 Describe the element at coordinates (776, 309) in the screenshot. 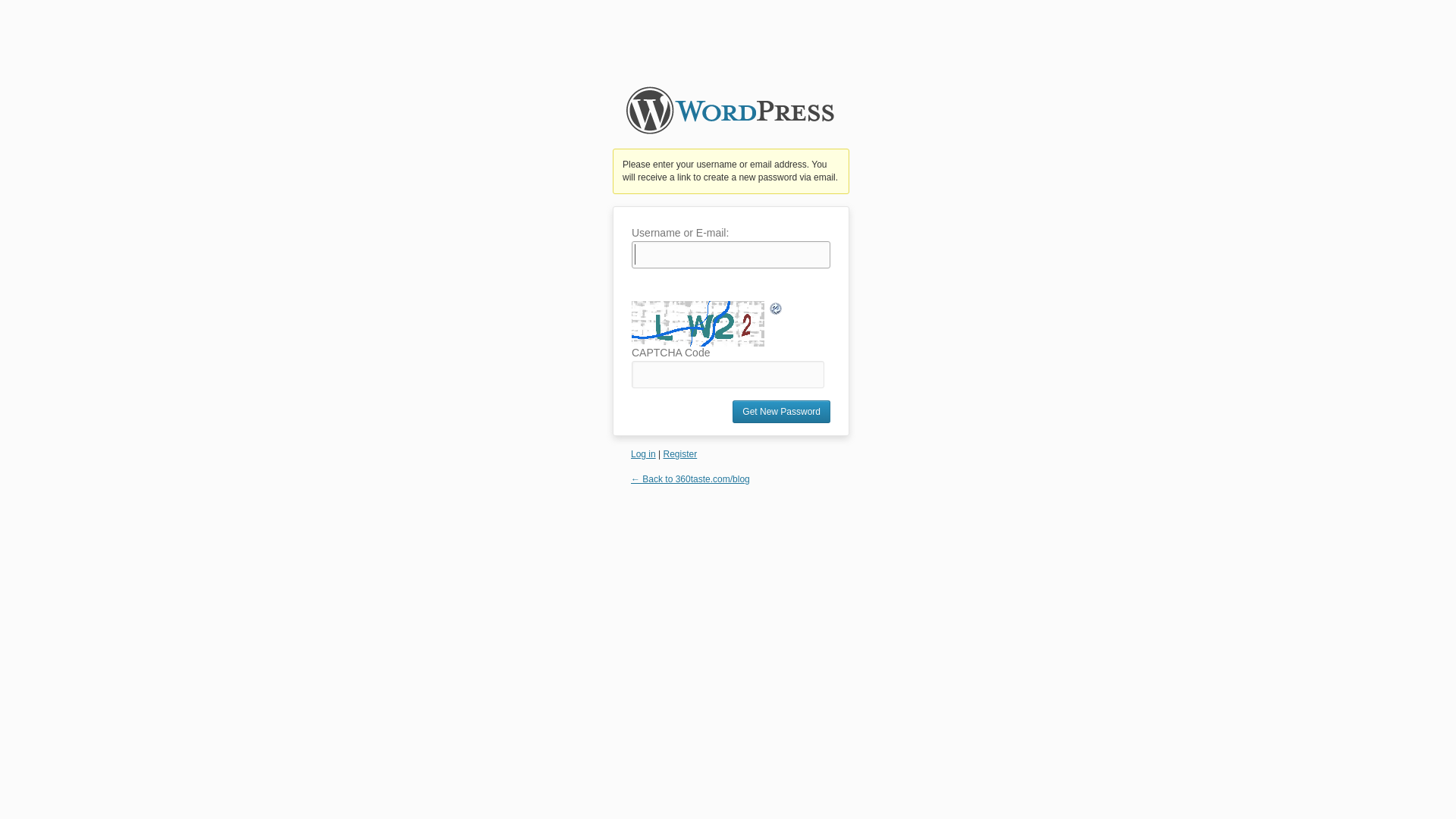

I see `'Refresh Image'` at that location.